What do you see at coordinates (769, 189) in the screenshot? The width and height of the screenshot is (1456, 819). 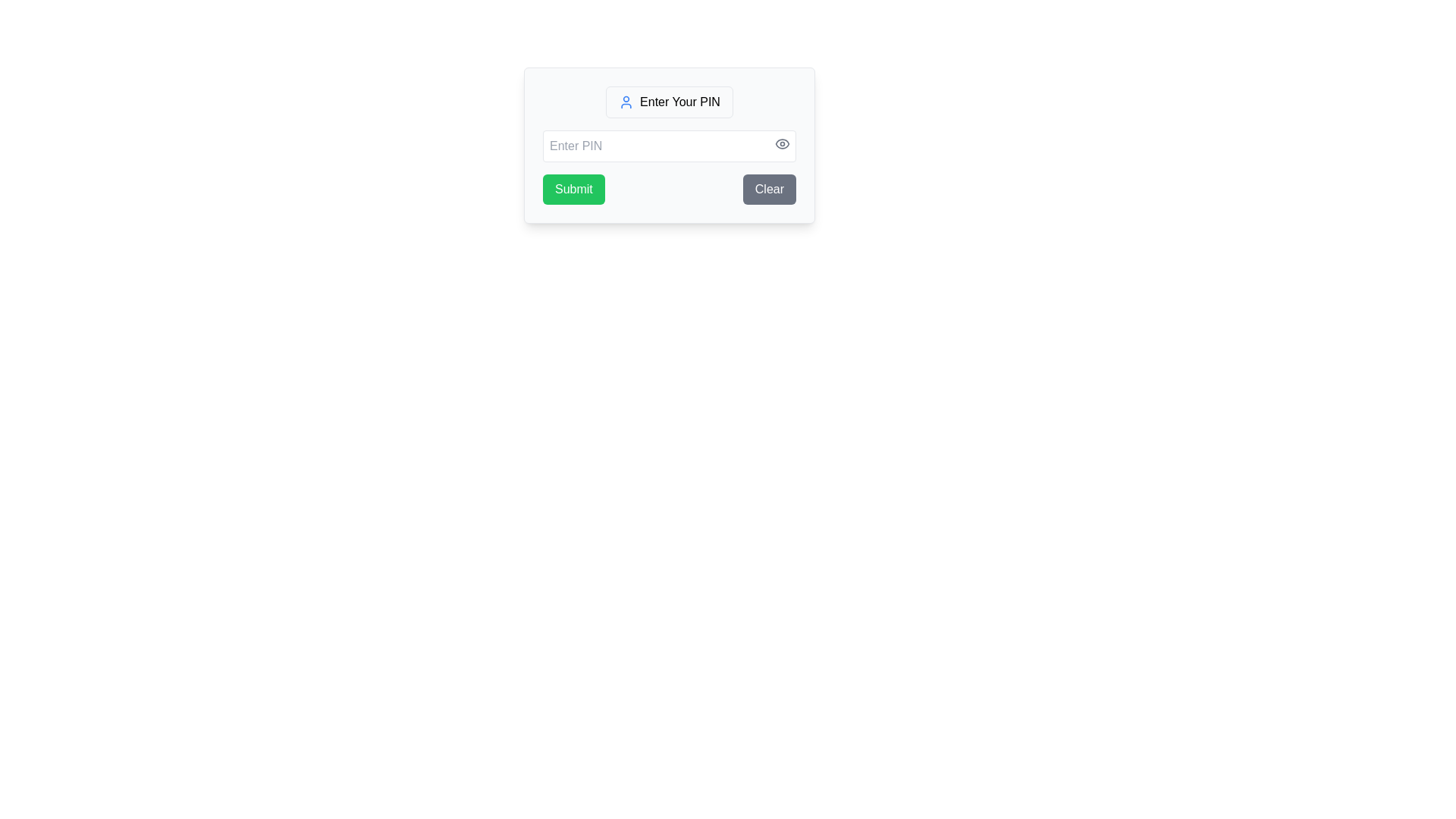 I see `the clear/reset button located at the bottom of the form interface, which is the second button on the right-hand side, to change its color` at bounding box center [769, 189].